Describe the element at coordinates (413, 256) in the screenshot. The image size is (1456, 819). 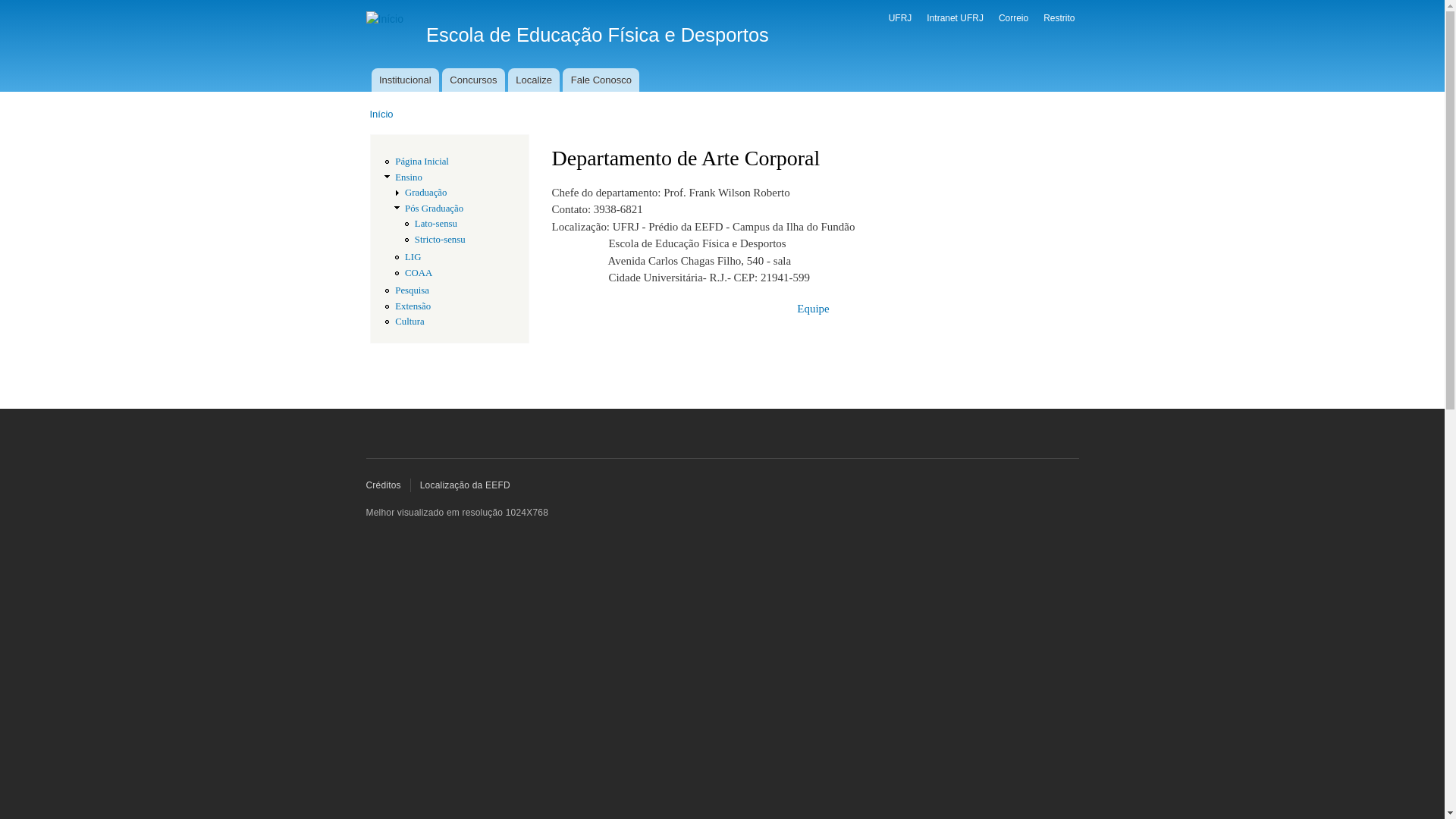
I see `'LIG'` at that location.